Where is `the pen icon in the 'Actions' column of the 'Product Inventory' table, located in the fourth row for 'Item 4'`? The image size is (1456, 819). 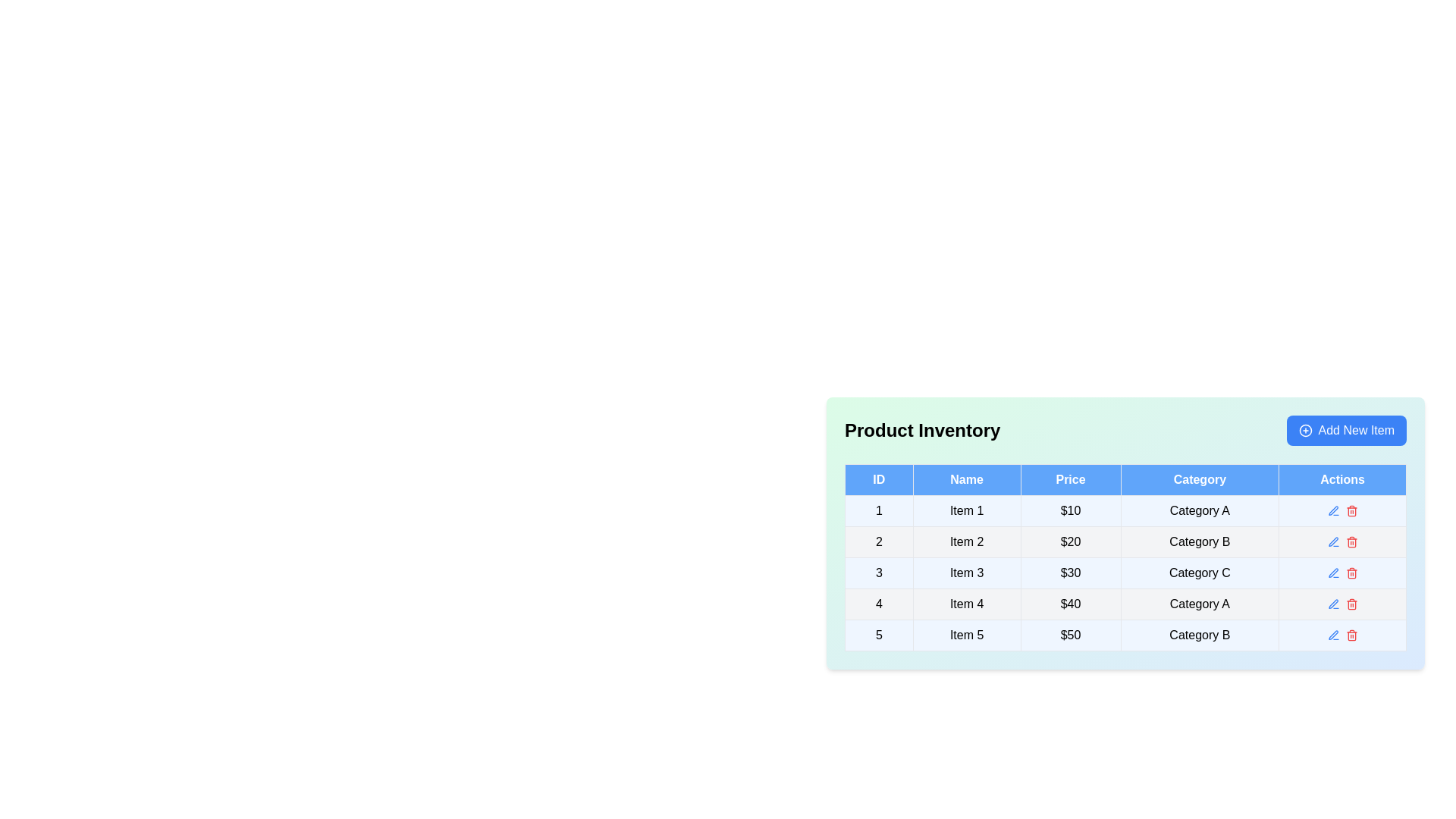
the pen icon in the 'Actions' column of the 'Product Inventory' table, located in the fourth row for 'Item 4' is located at coordinates (1332, 602).